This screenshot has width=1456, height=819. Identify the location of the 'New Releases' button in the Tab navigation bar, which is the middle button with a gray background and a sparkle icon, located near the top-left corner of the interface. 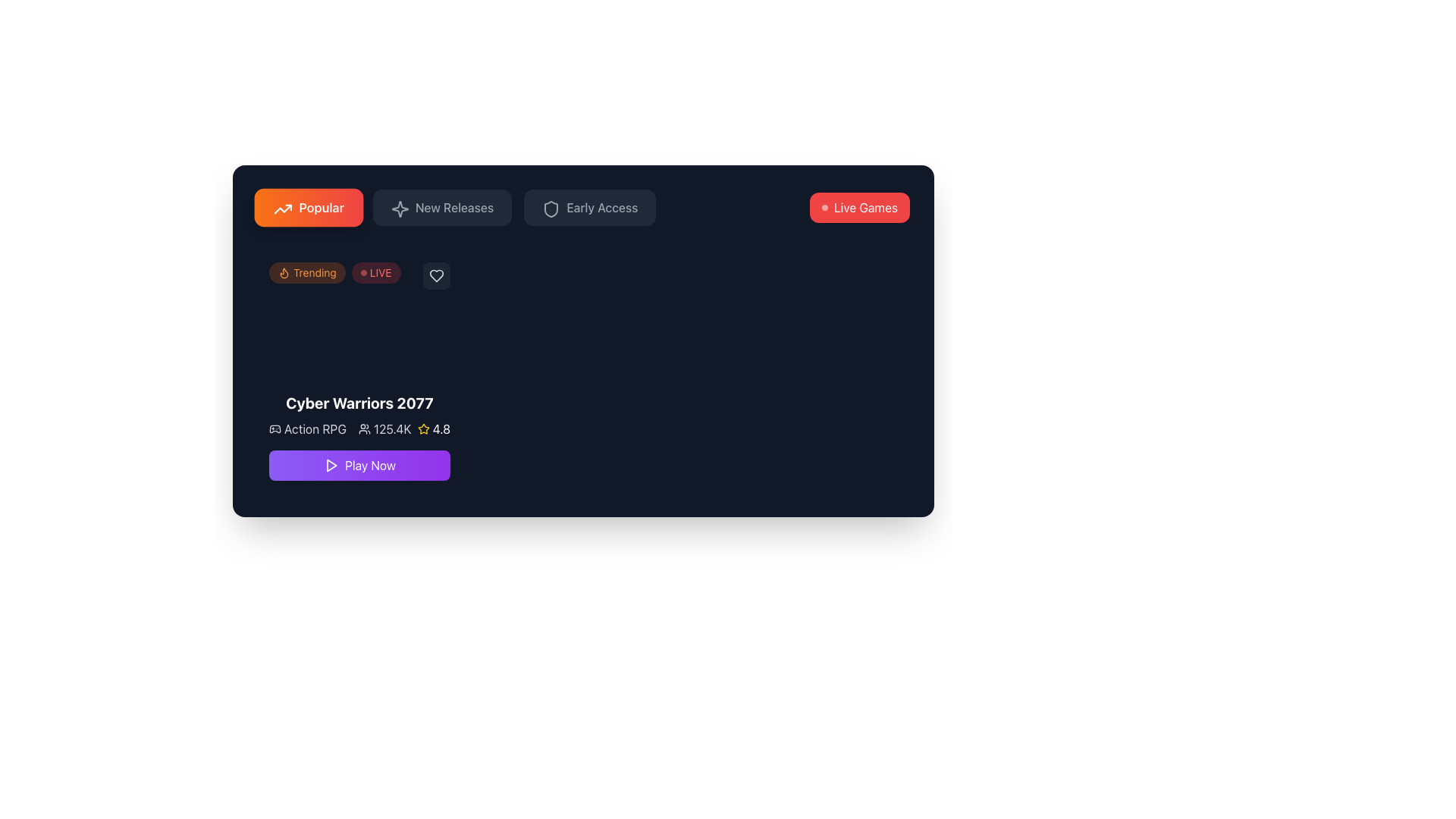
(456, 207).